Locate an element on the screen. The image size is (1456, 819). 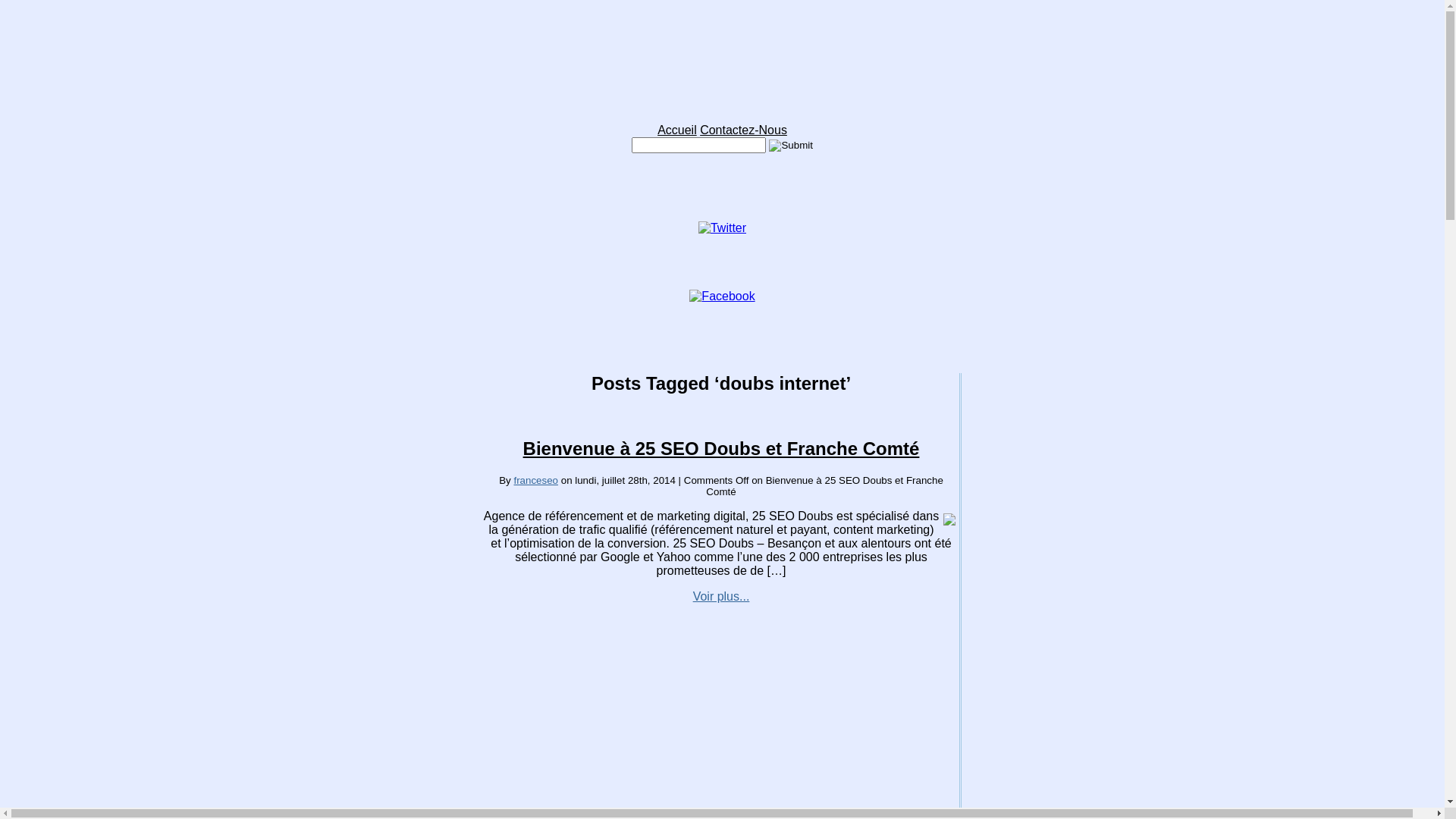
'Contactez-Nous' is located at coordinates (743, 129).